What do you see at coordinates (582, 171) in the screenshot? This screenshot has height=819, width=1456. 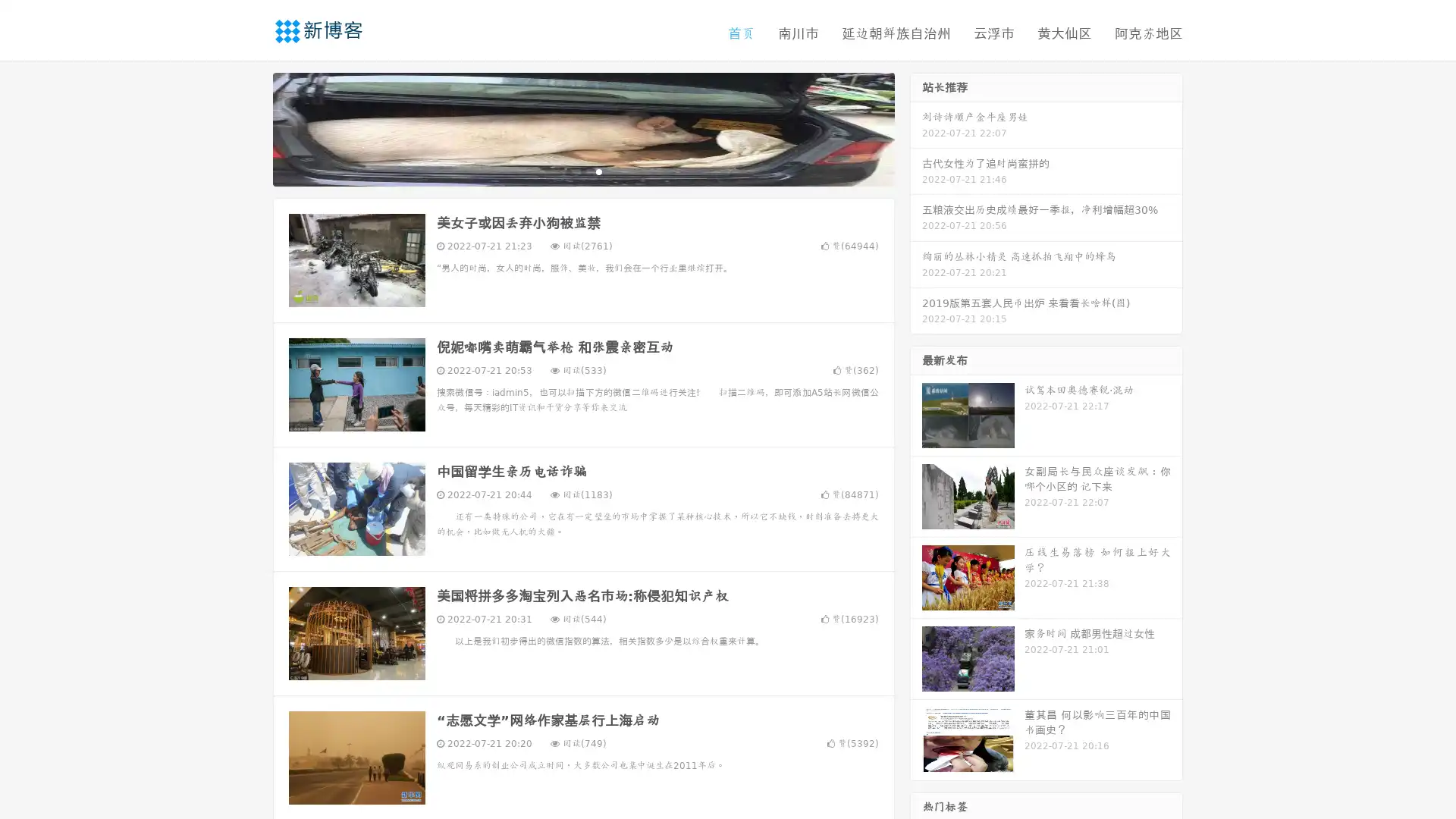 I see `Go to slide 2` at bounding box center [582, 171].